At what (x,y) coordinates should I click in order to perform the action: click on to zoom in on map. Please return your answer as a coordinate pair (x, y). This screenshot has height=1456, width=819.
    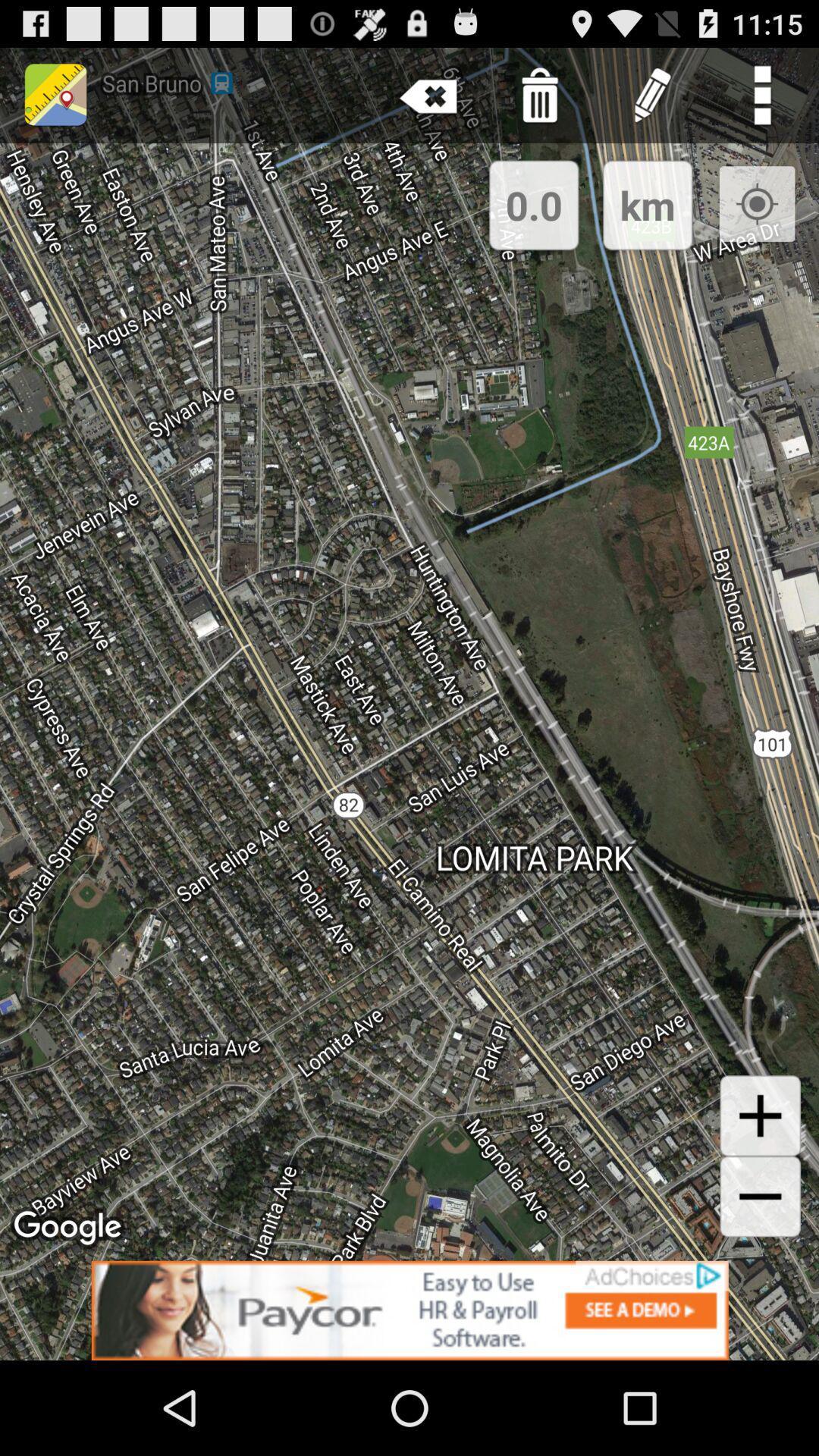
    Looking at the image, I should click on (760, 1116).